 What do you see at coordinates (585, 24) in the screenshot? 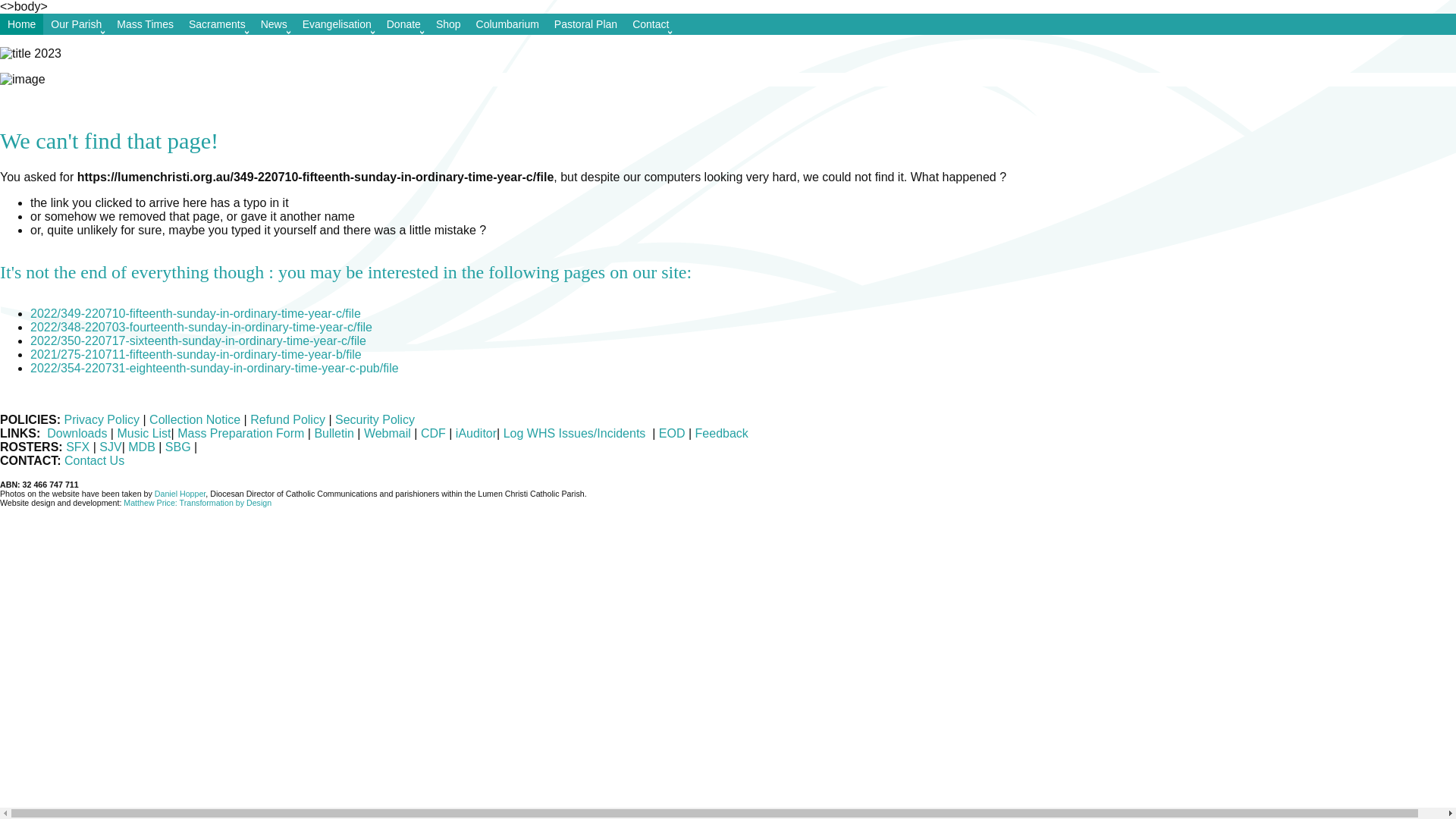
I see `'Pastoral Plan'` at bounding box center [585, 24].